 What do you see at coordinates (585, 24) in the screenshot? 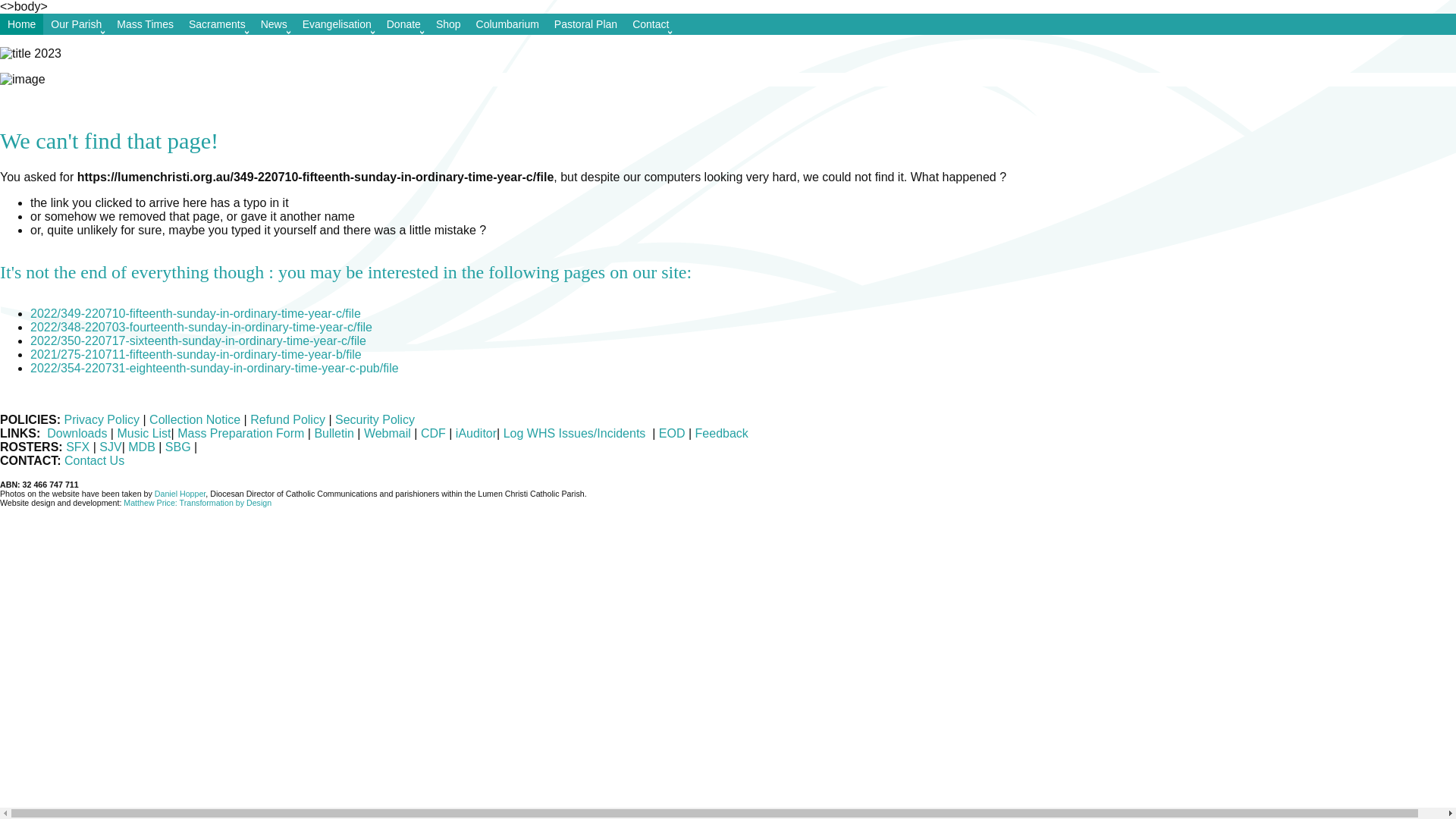
I see `'Pastoral Plan'` at bounding box center [585, 24].